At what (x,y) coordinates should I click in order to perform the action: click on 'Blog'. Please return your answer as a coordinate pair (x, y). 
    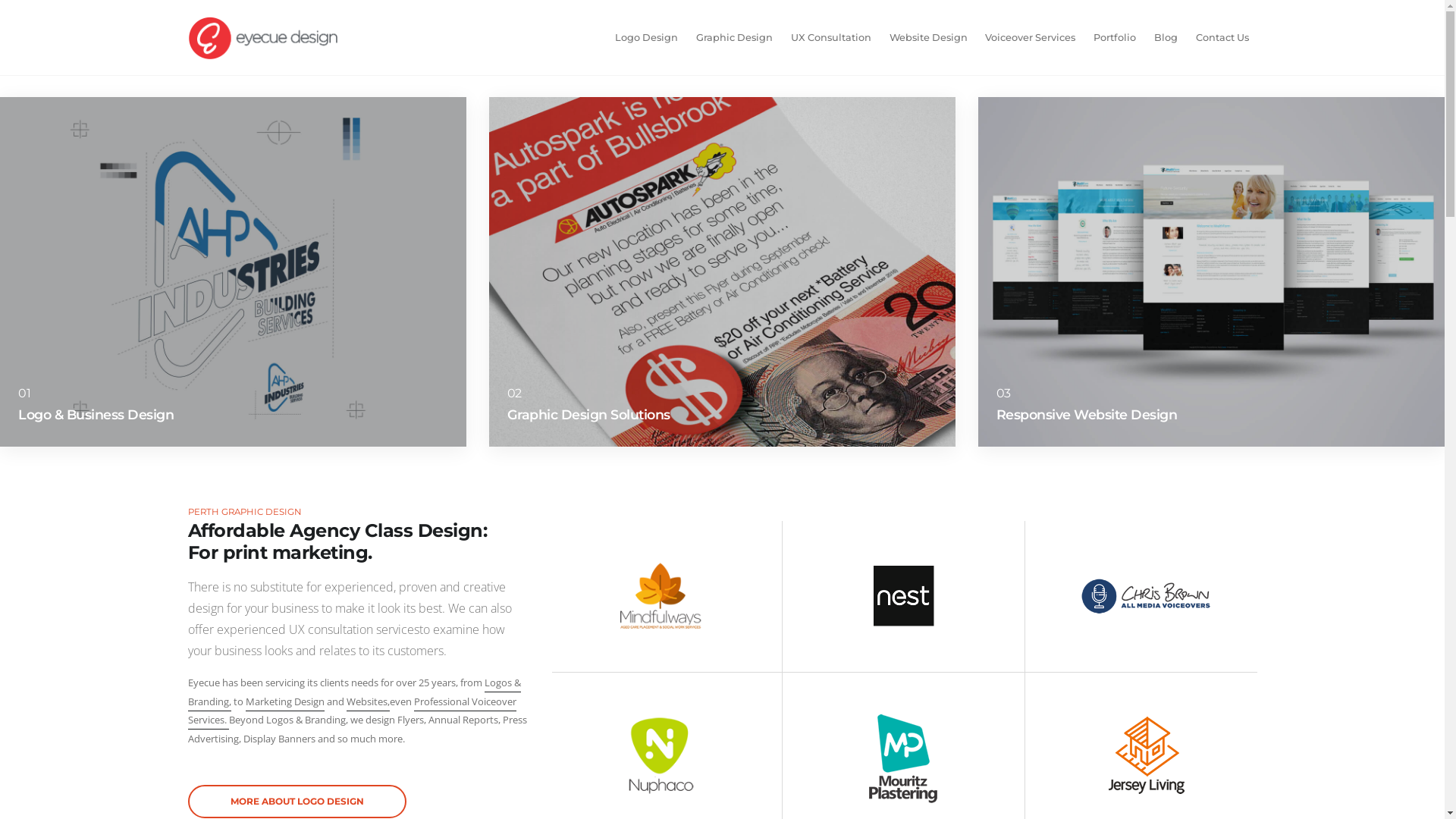
    Looking at the image, I should click on (1165, 37).